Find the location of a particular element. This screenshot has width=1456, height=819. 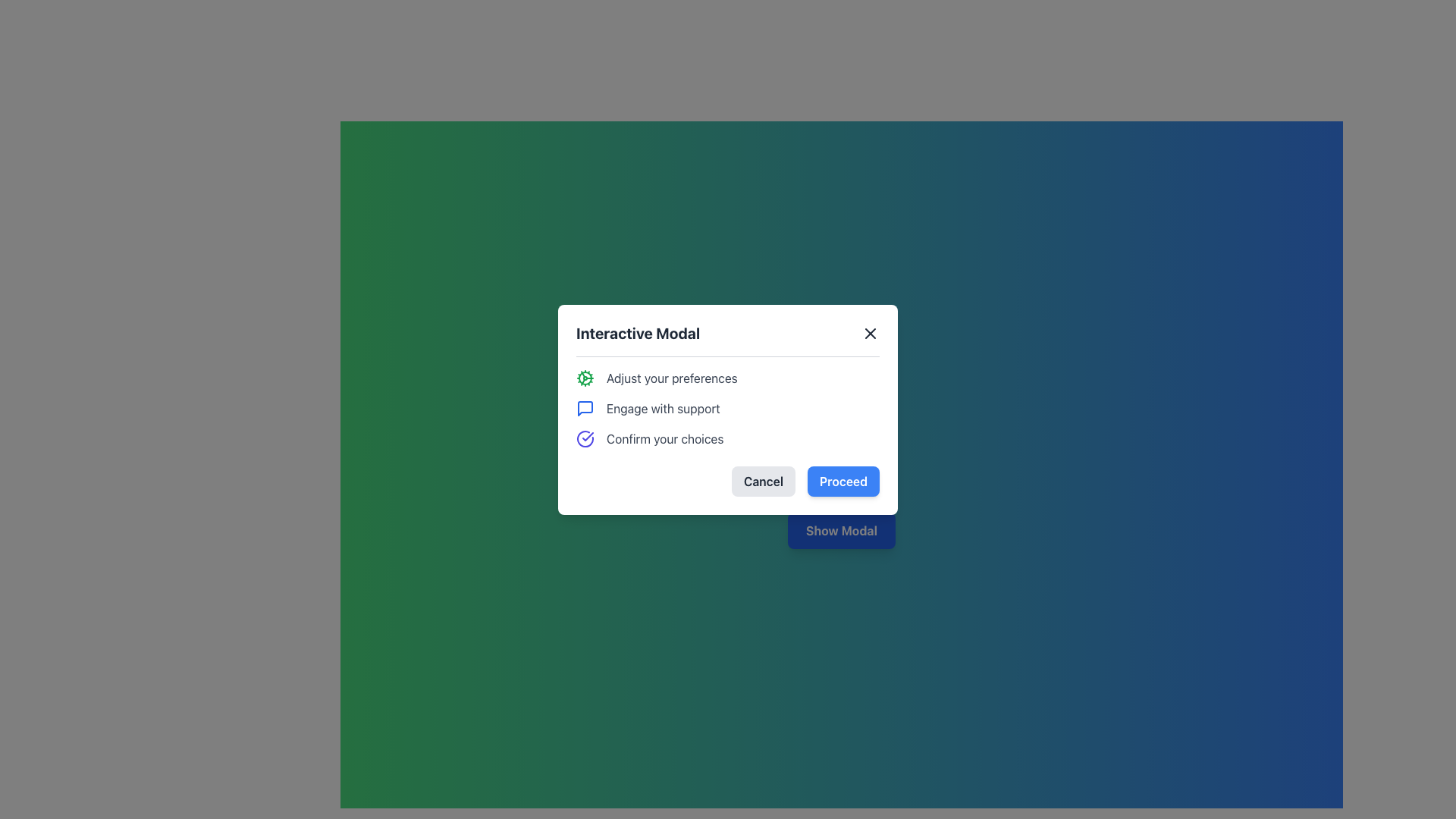

decorative checkmark icon used to symbolize the action 'Confirm your choices' in the modal interface, located to the left of the text is located at coordinates (587, 436).